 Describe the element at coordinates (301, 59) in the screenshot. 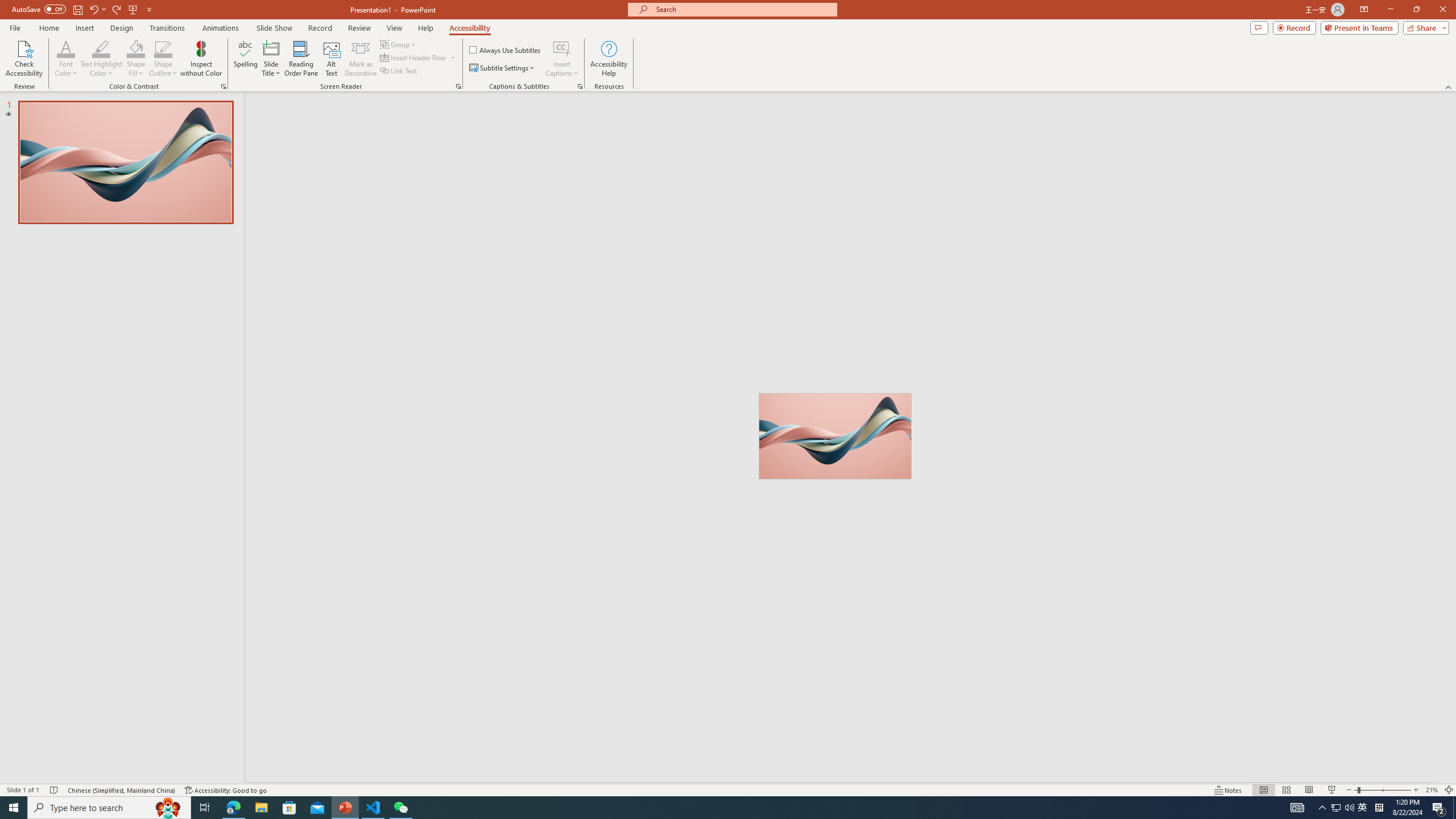

I see `'Reading Order Pane'` at that location.